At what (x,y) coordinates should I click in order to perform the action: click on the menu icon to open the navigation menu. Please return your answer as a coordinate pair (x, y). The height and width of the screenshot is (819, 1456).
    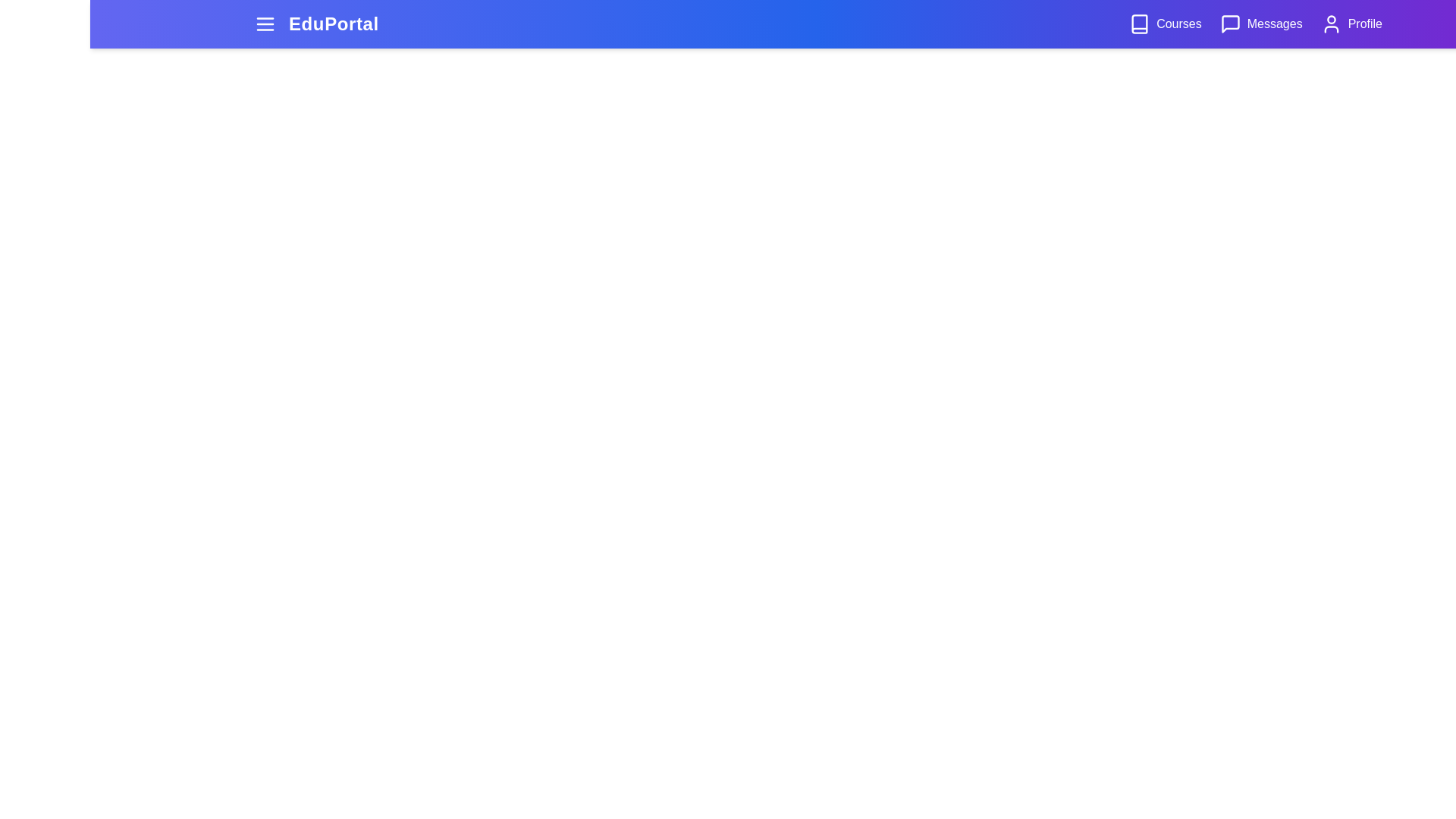
    Looking at the image, I should click on (265, 24).